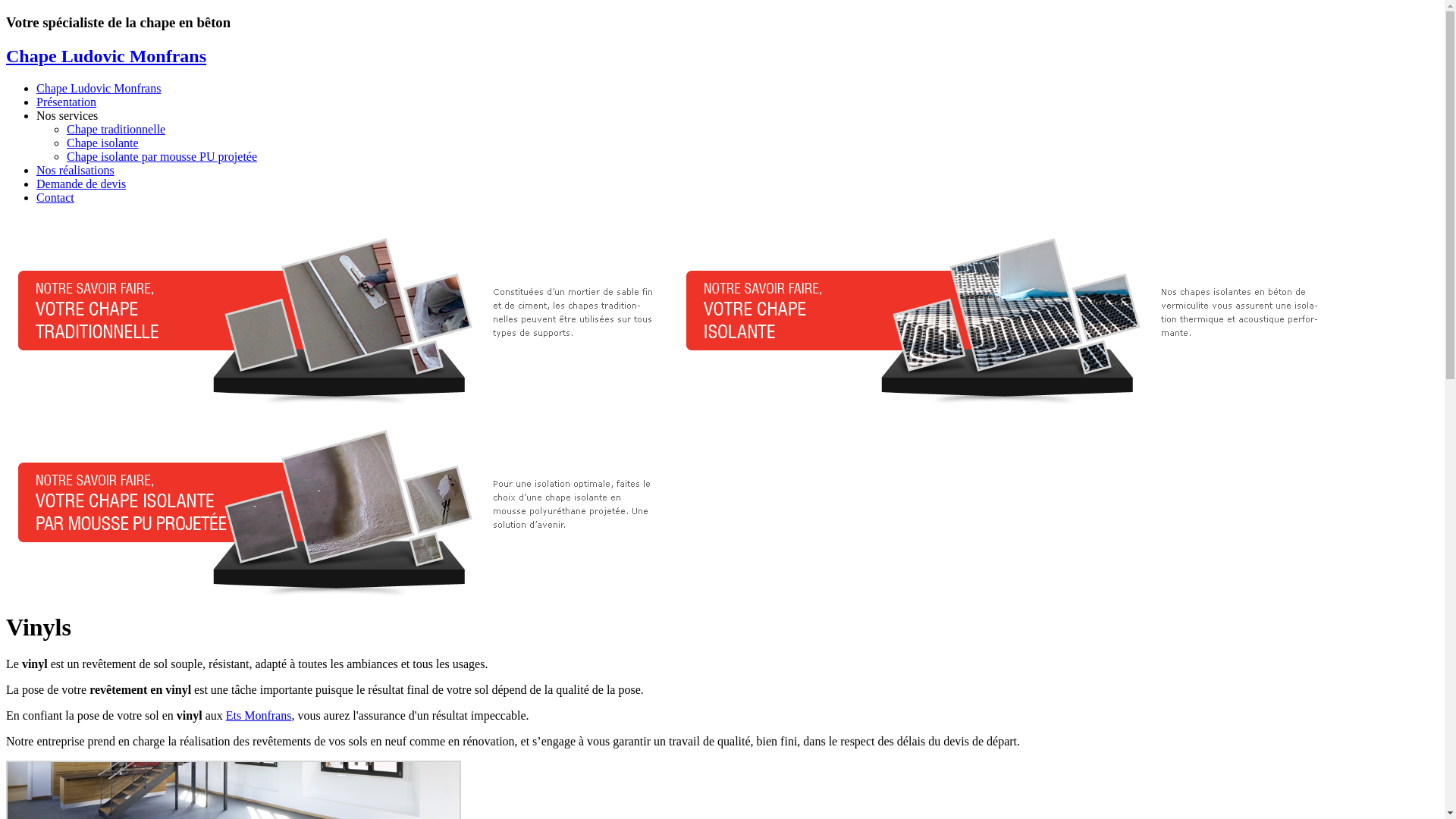  I want to click on 'Nos services', so click(66, 115).